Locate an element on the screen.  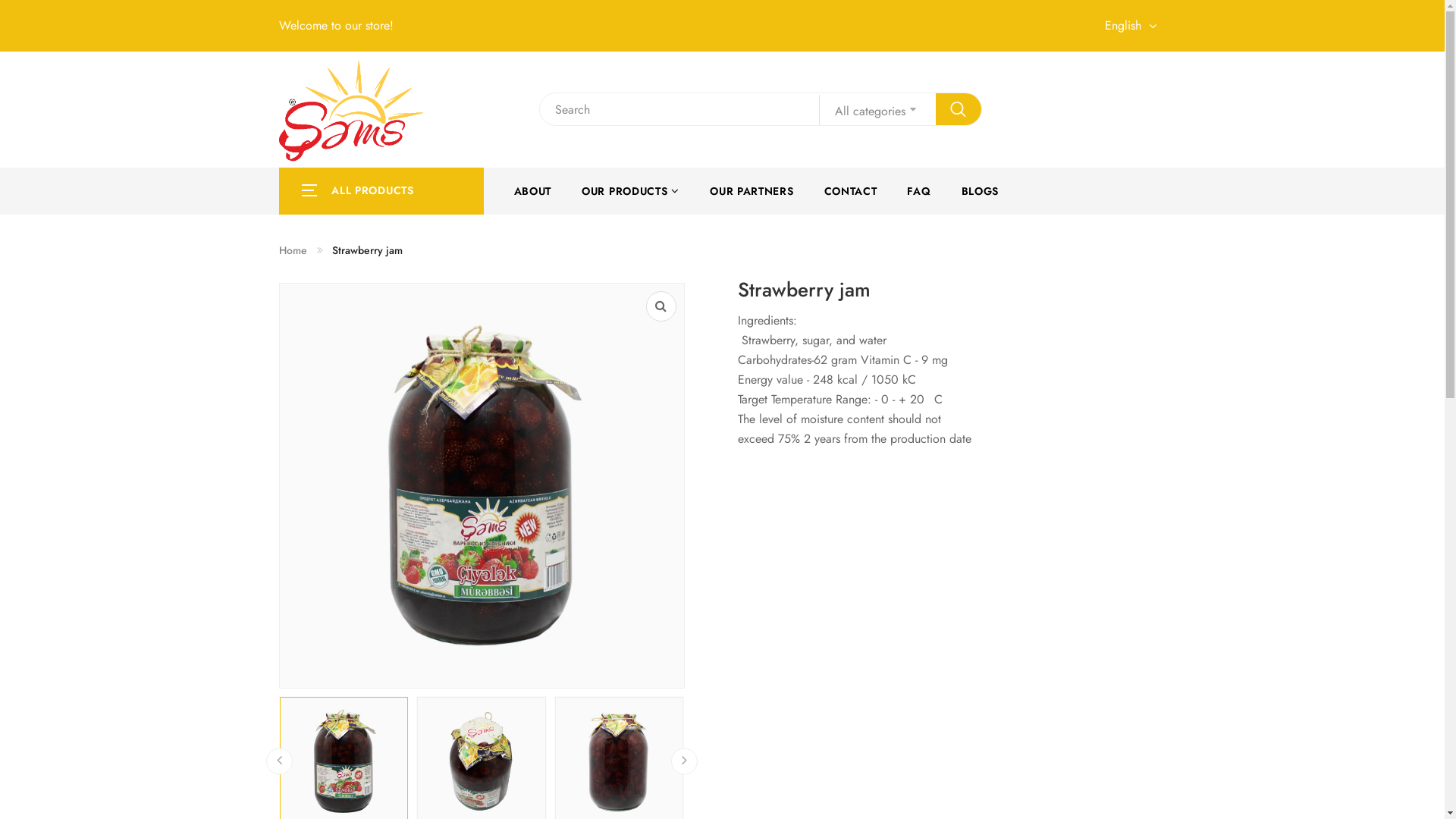
'Home' is located at coordinates (279, 249).